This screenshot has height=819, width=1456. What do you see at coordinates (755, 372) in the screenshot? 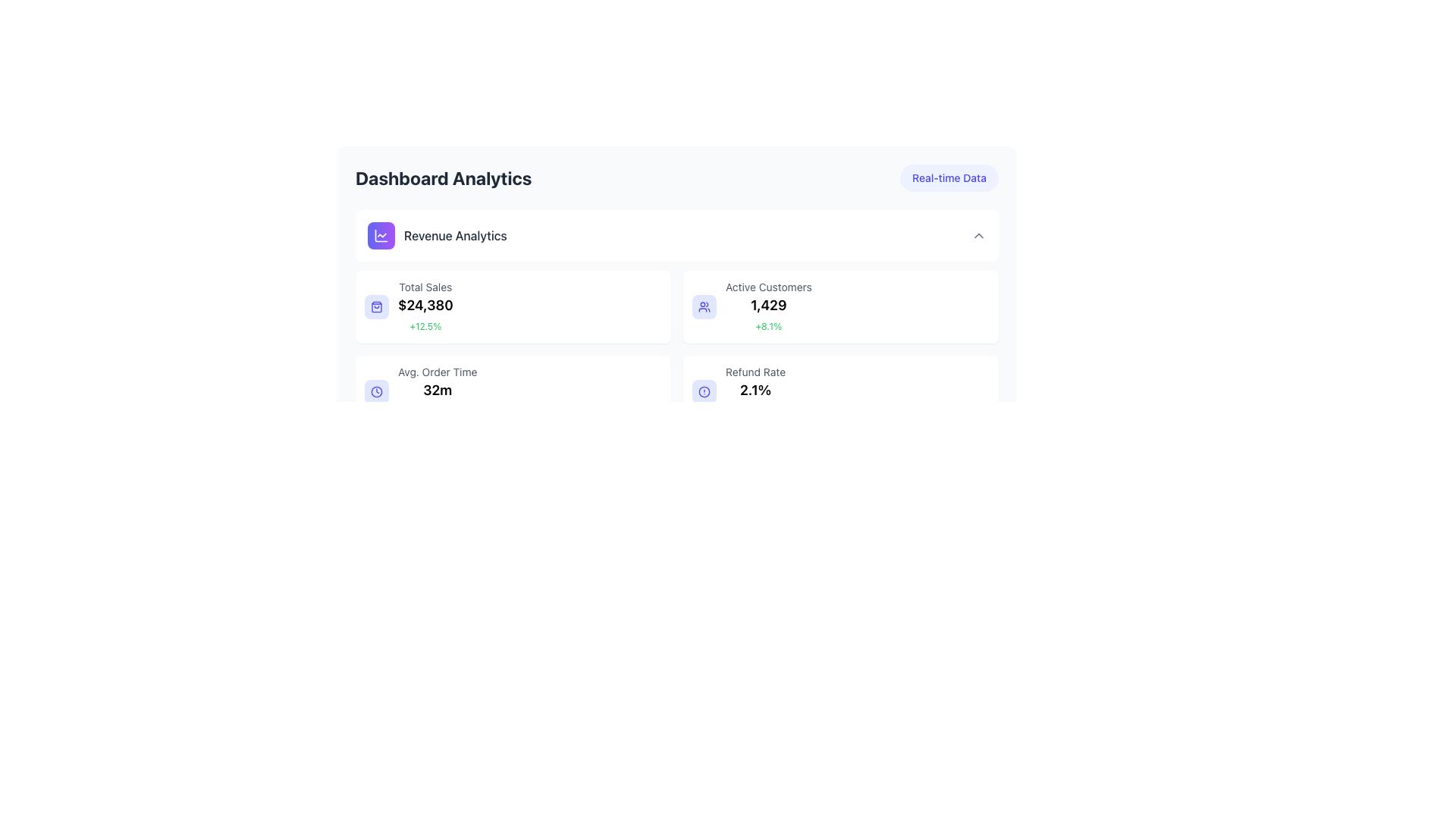
I see `the text label that reads 'Refund Rate', which is styled in a small gray font and located in the lower-right segment of the interface` at bounding box center [755, 372].